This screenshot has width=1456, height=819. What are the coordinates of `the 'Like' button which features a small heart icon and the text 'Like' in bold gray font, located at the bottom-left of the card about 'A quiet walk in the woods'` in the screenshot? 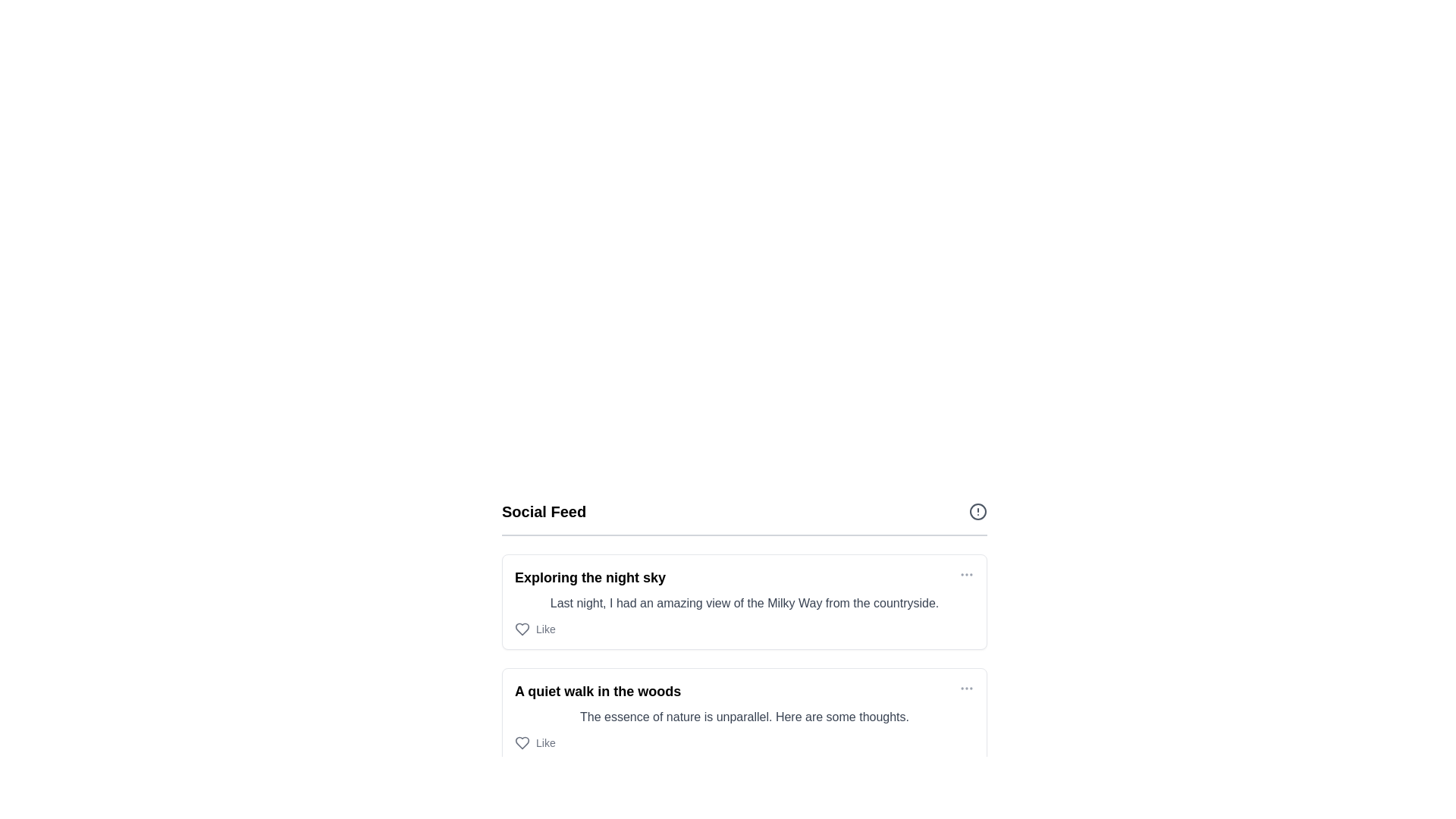 It's located at (535, 742).